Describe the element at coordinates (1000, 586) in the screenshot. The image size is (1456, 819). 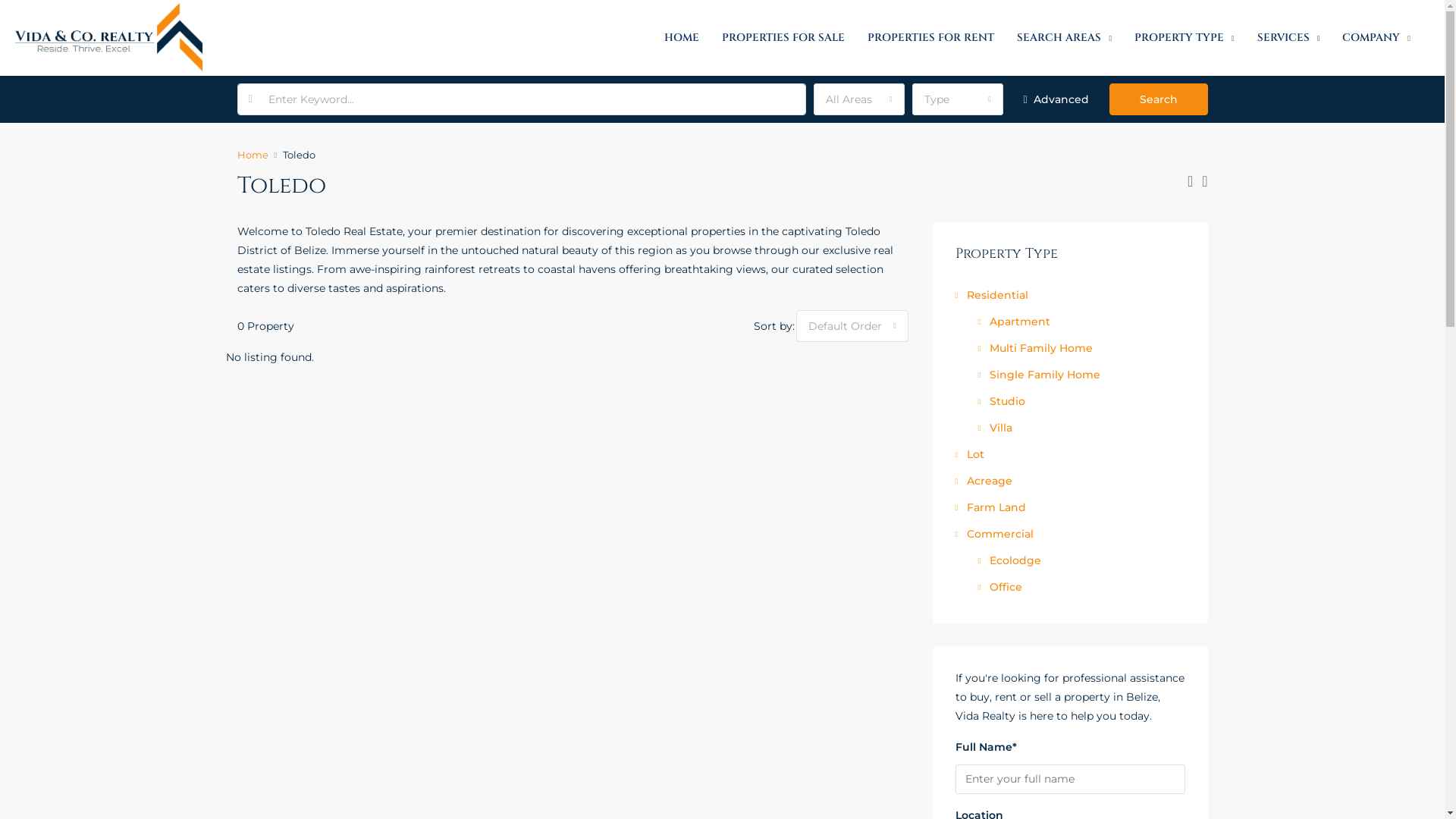
I see `'Office'` at that location.